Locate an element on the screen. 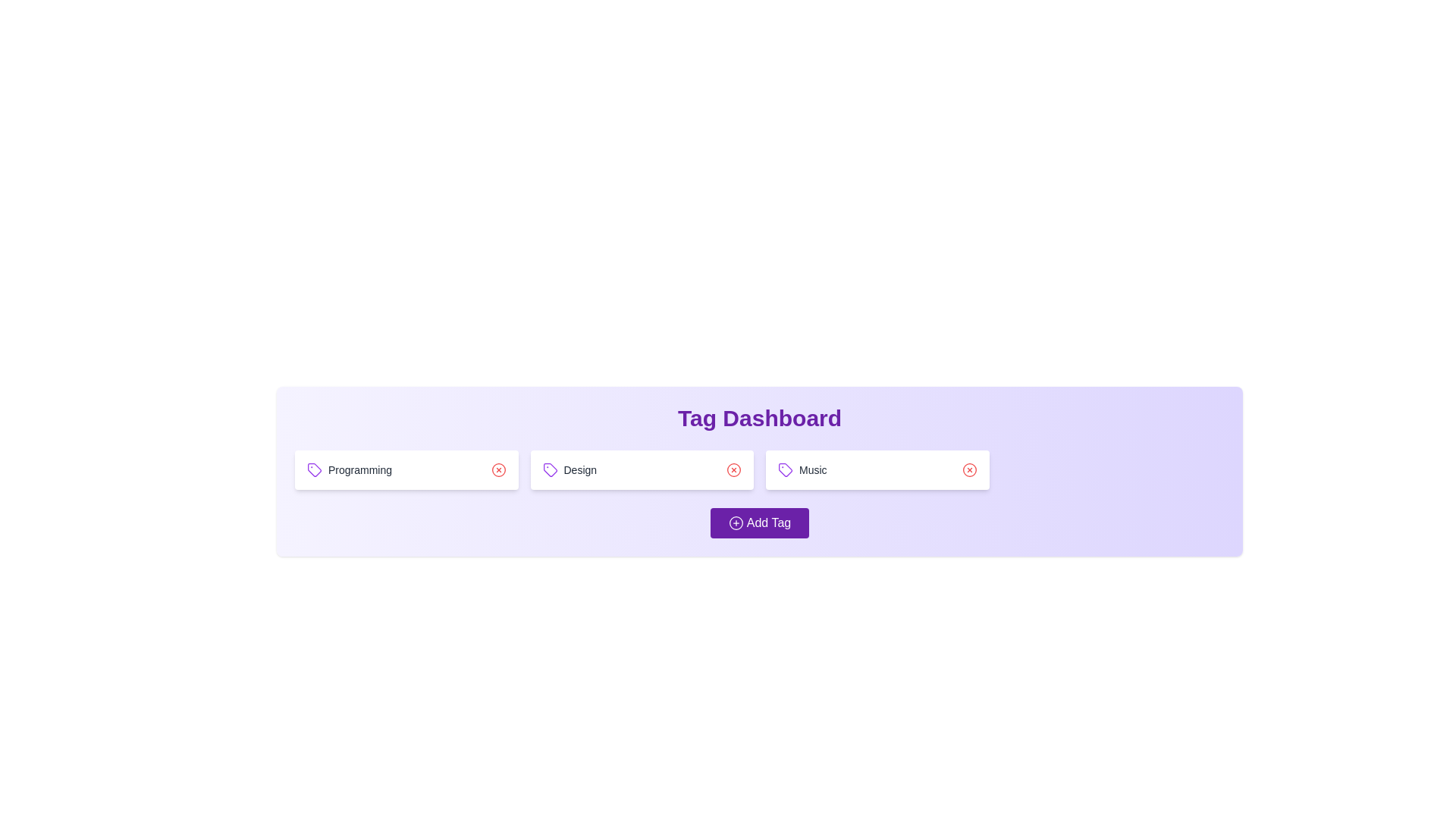 The width and height of the screenshot is (1456, 819). the purple outlined plus sign icon within the 'Add Tag' button is located at coordinates (736, 522).